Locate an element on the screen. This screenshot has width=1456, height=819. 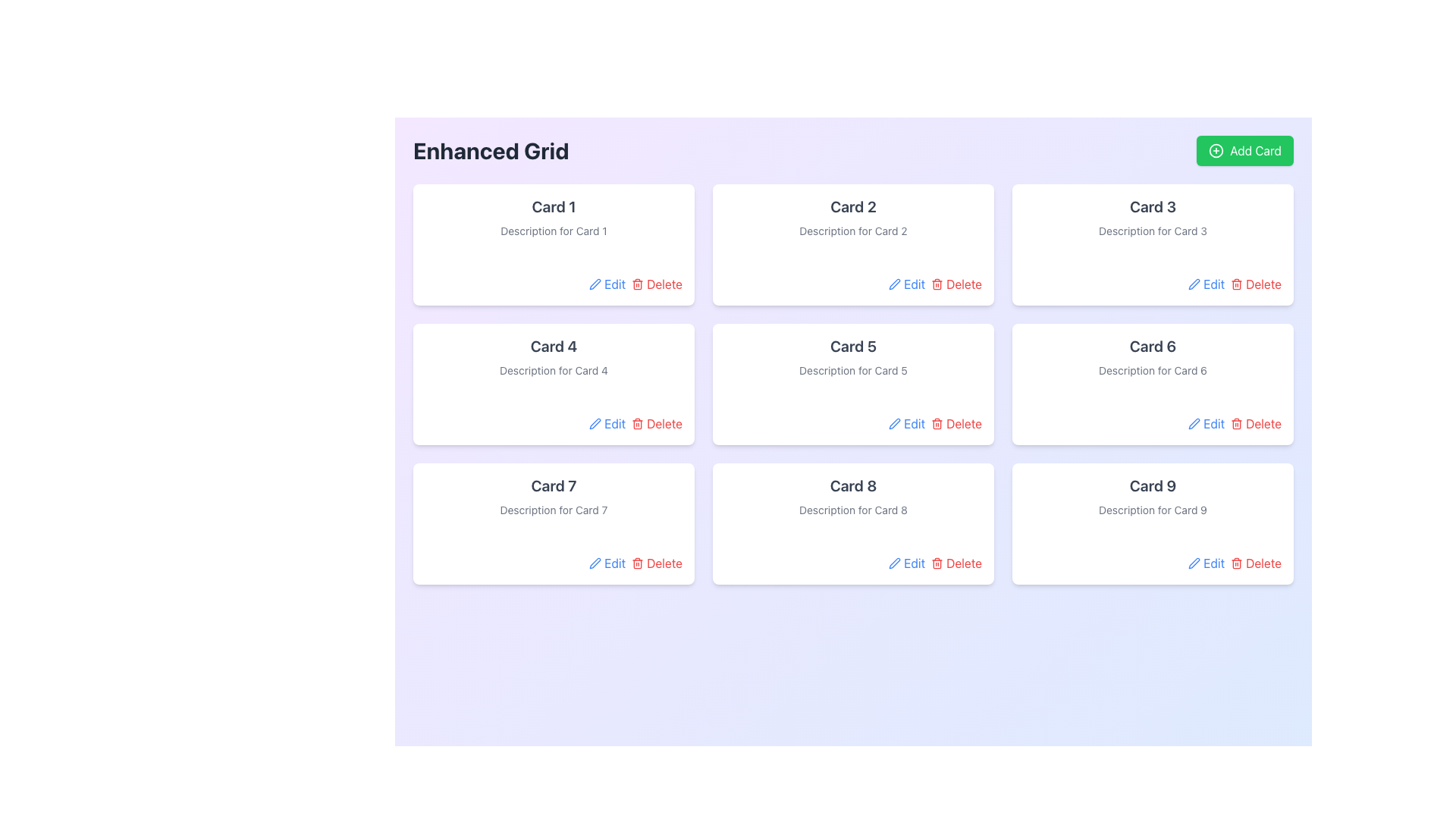
the red trash can icon for delete action is located at coordinates (937, 284).